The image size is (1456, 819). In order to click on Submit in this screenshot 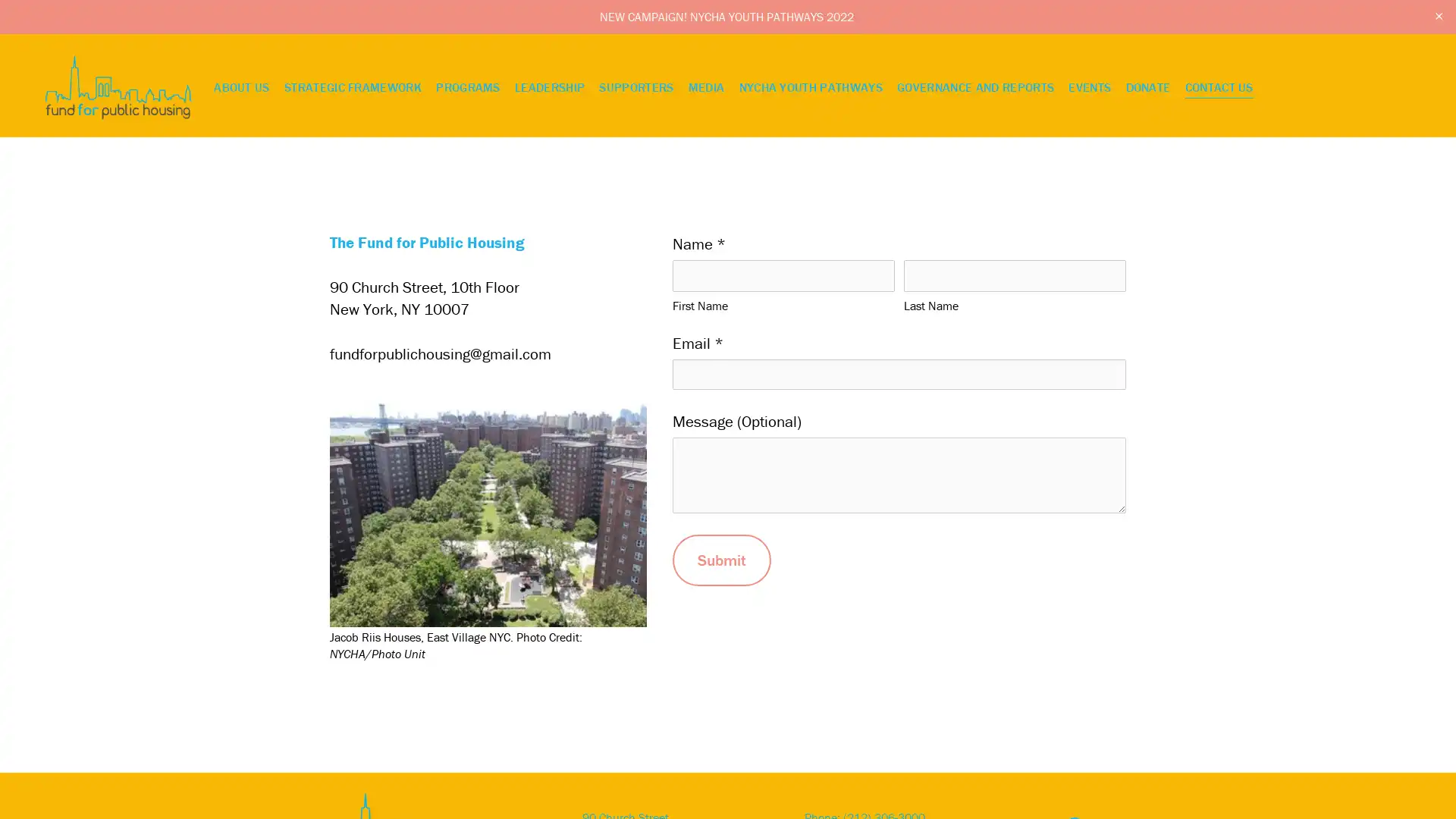, I will do `click(720, 560)`.